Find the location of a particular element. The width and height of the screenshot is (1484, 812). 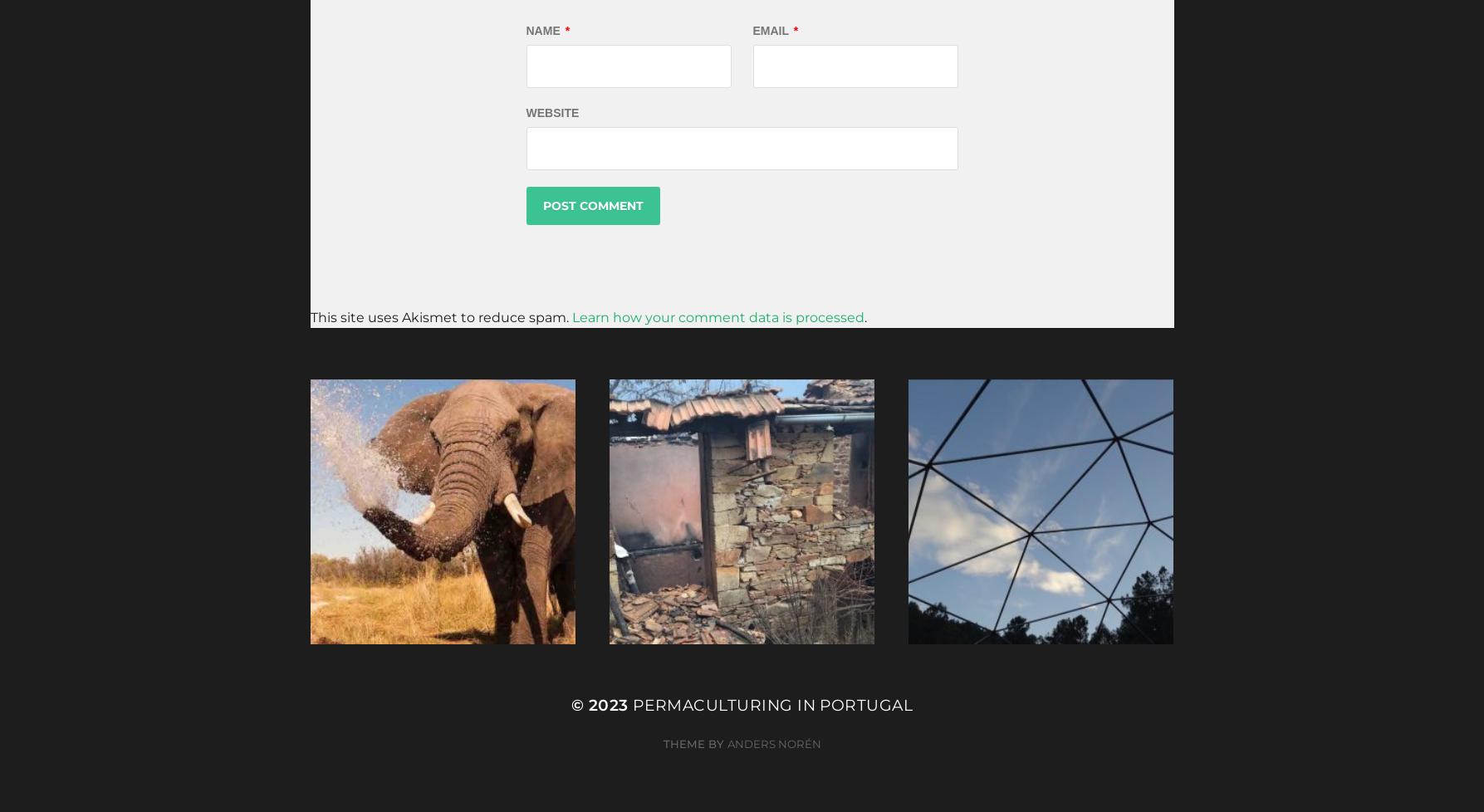

'Changing the climate conversation' is located at coordinates (334, 580).